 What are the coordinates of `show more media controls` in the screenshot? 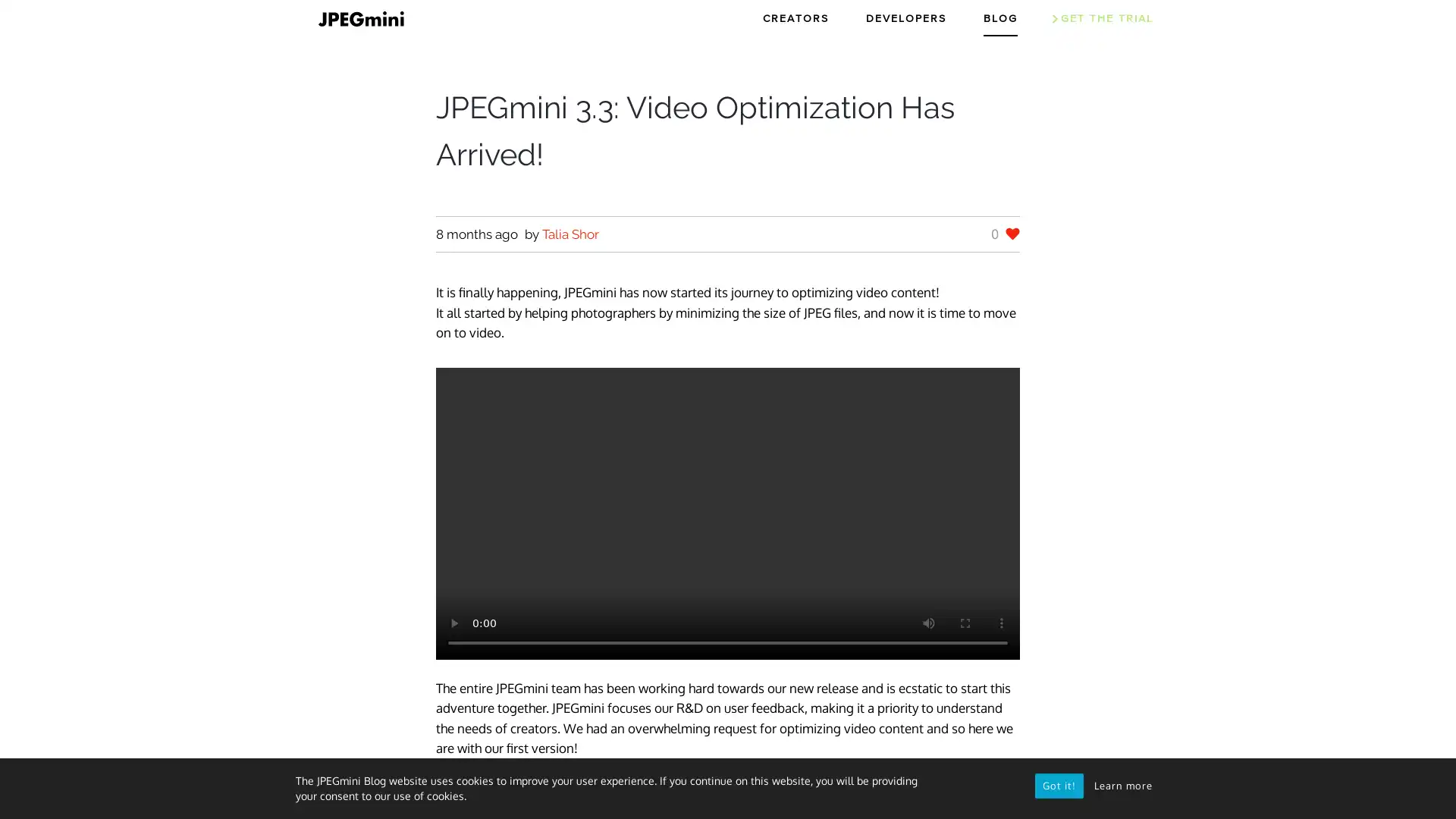 It's located at (1001, 623).